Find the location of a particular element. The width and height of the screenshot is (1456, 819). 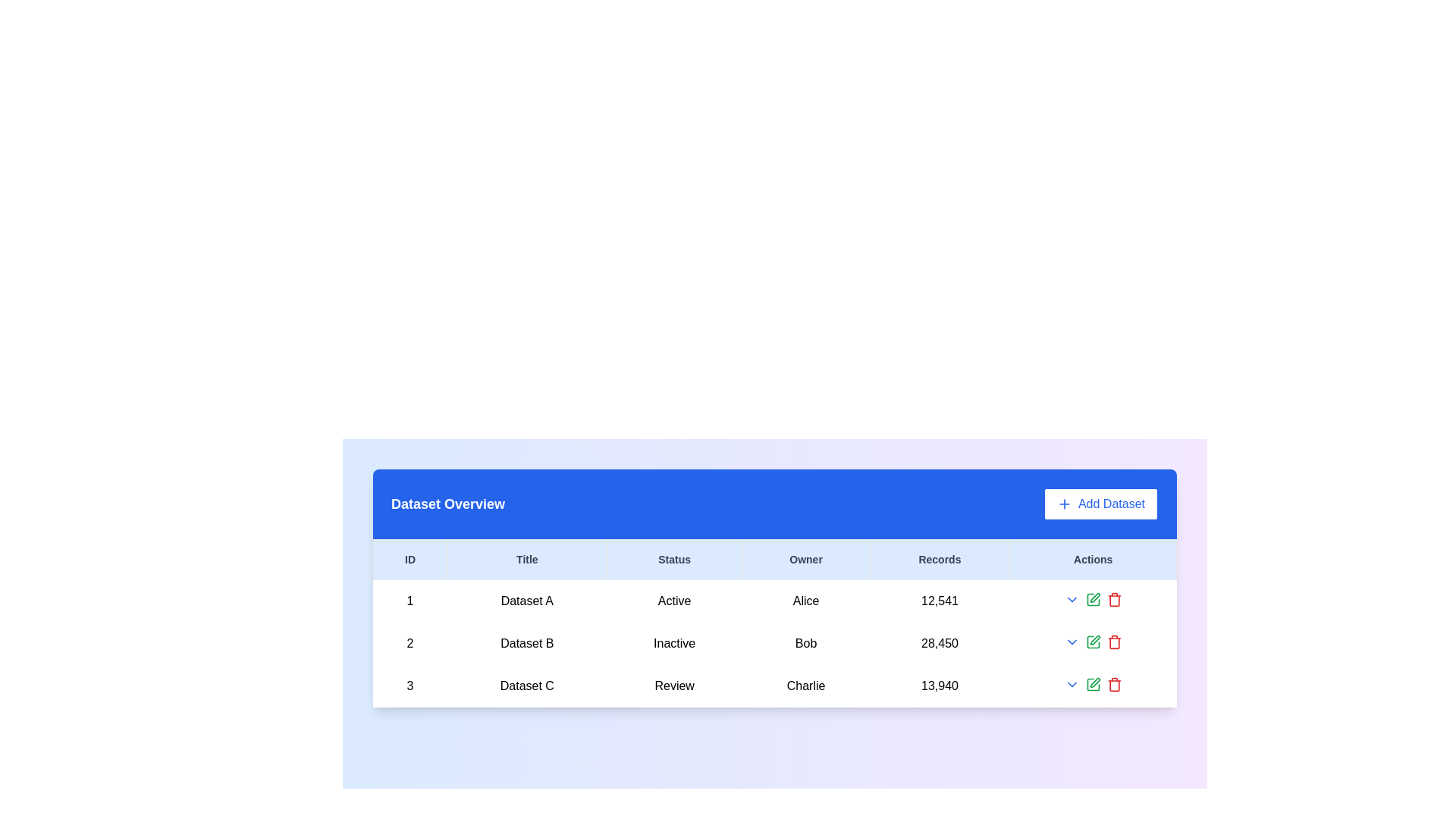

the text element displaying the data owner information in the fourth column under the 'Owner' header of the first data row in a table layout is located at coordinates (805, 601).